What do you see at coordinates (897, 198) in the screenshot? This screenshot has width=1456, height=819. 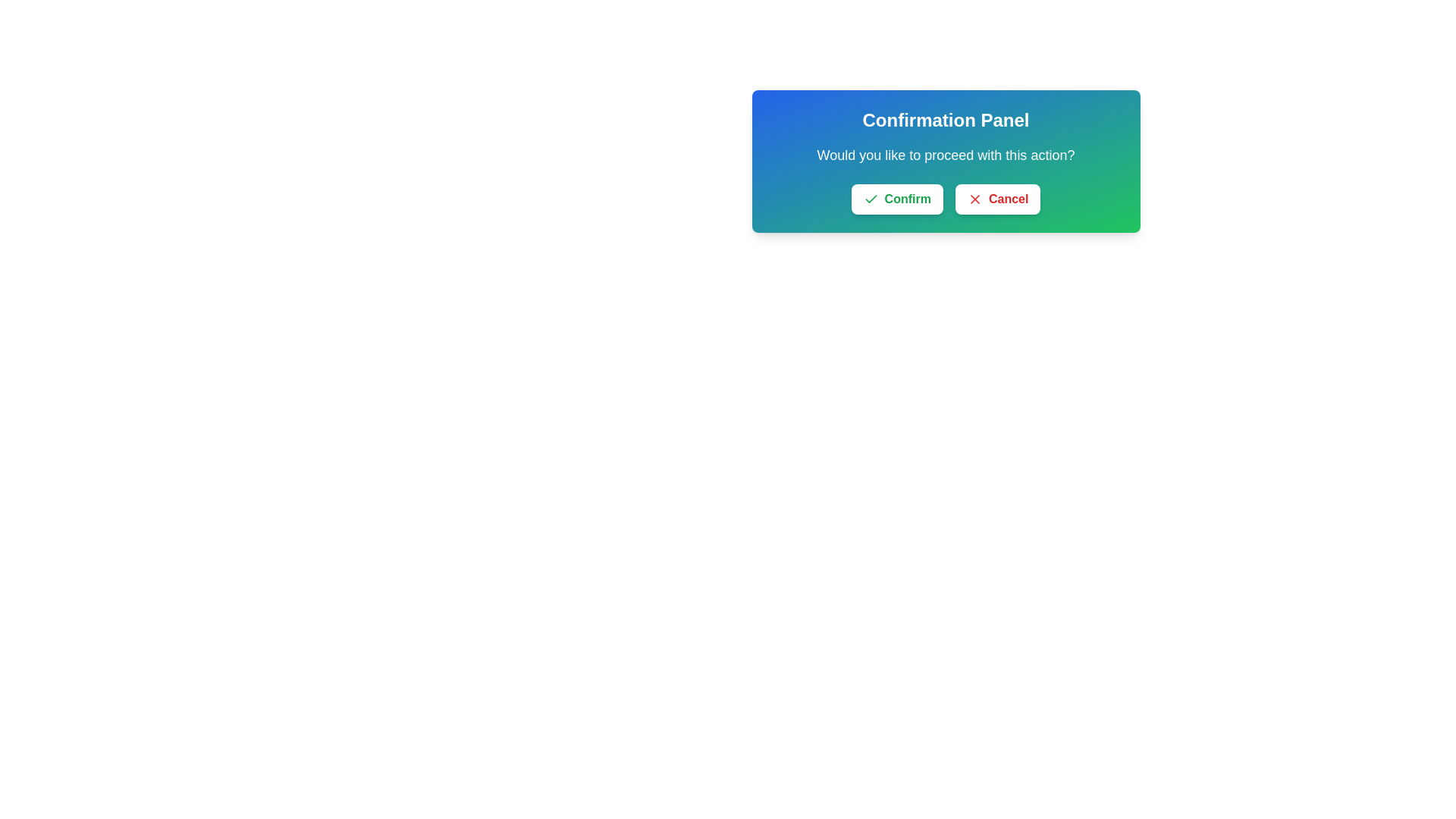 I see `the confirmation button, which is the first button from the left in a group of two buttons` at bounding box center [897, 198].